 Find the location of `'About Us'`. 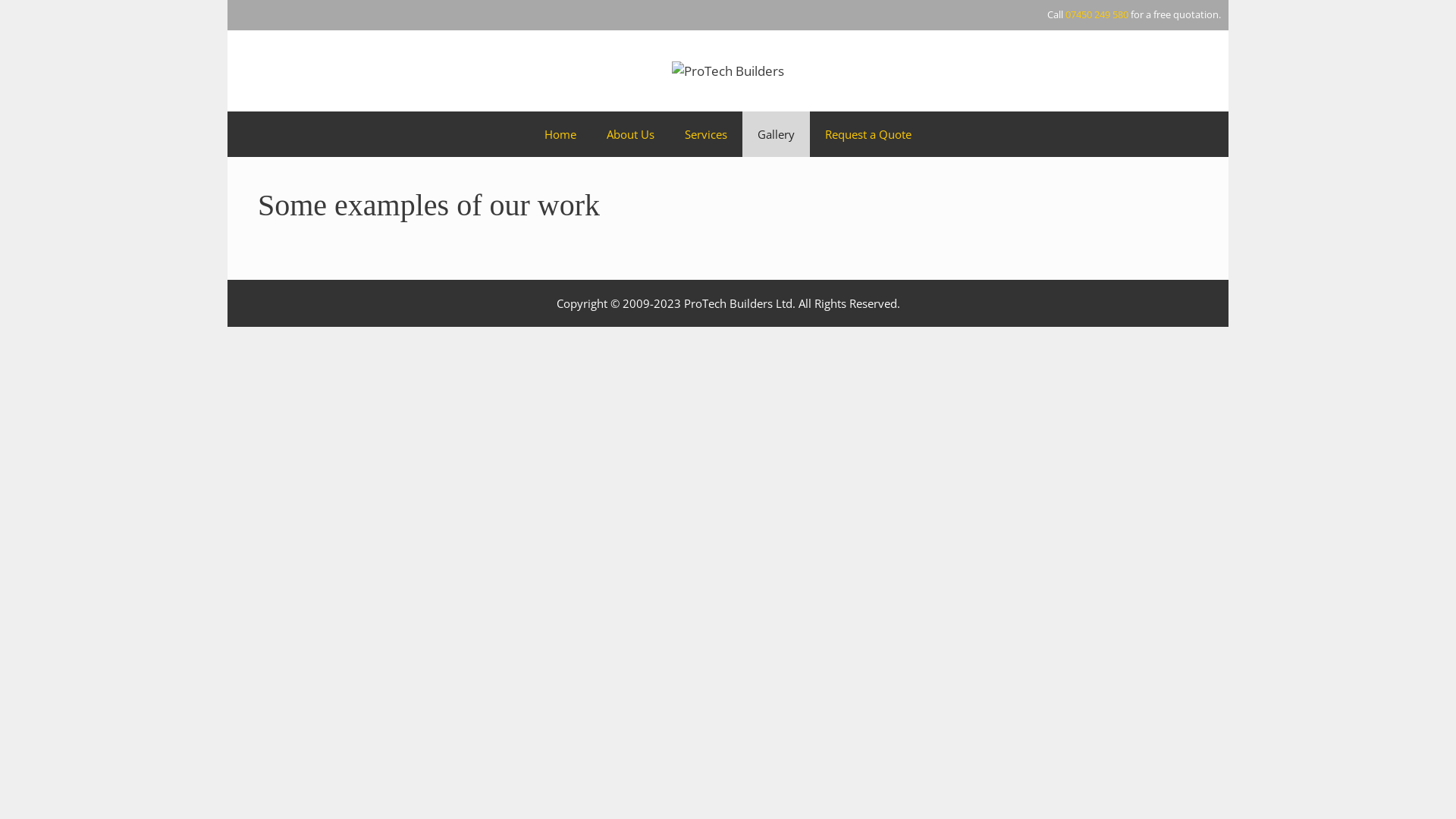

'About Us' is located at coordinates (630, 133).